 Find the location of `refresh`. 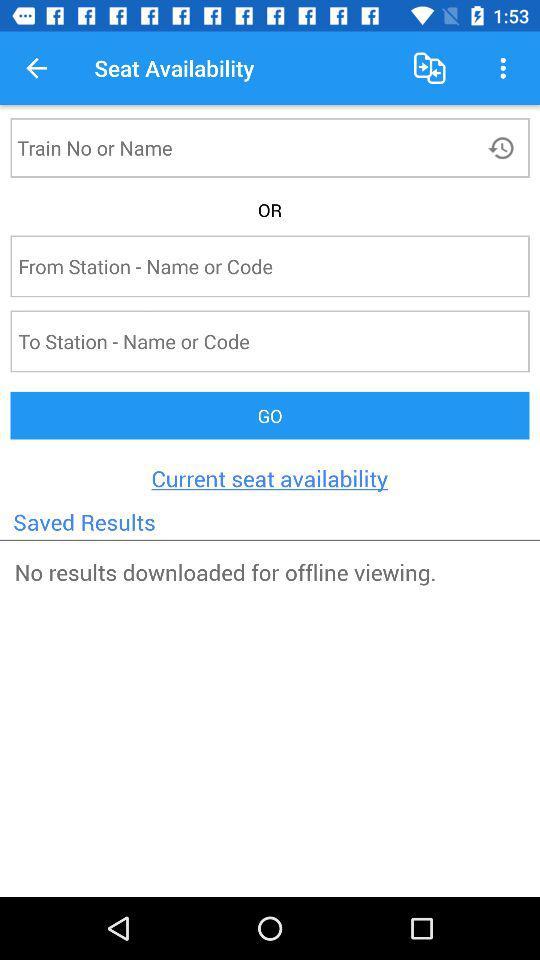

refresh is located at coordinates (502, 146).